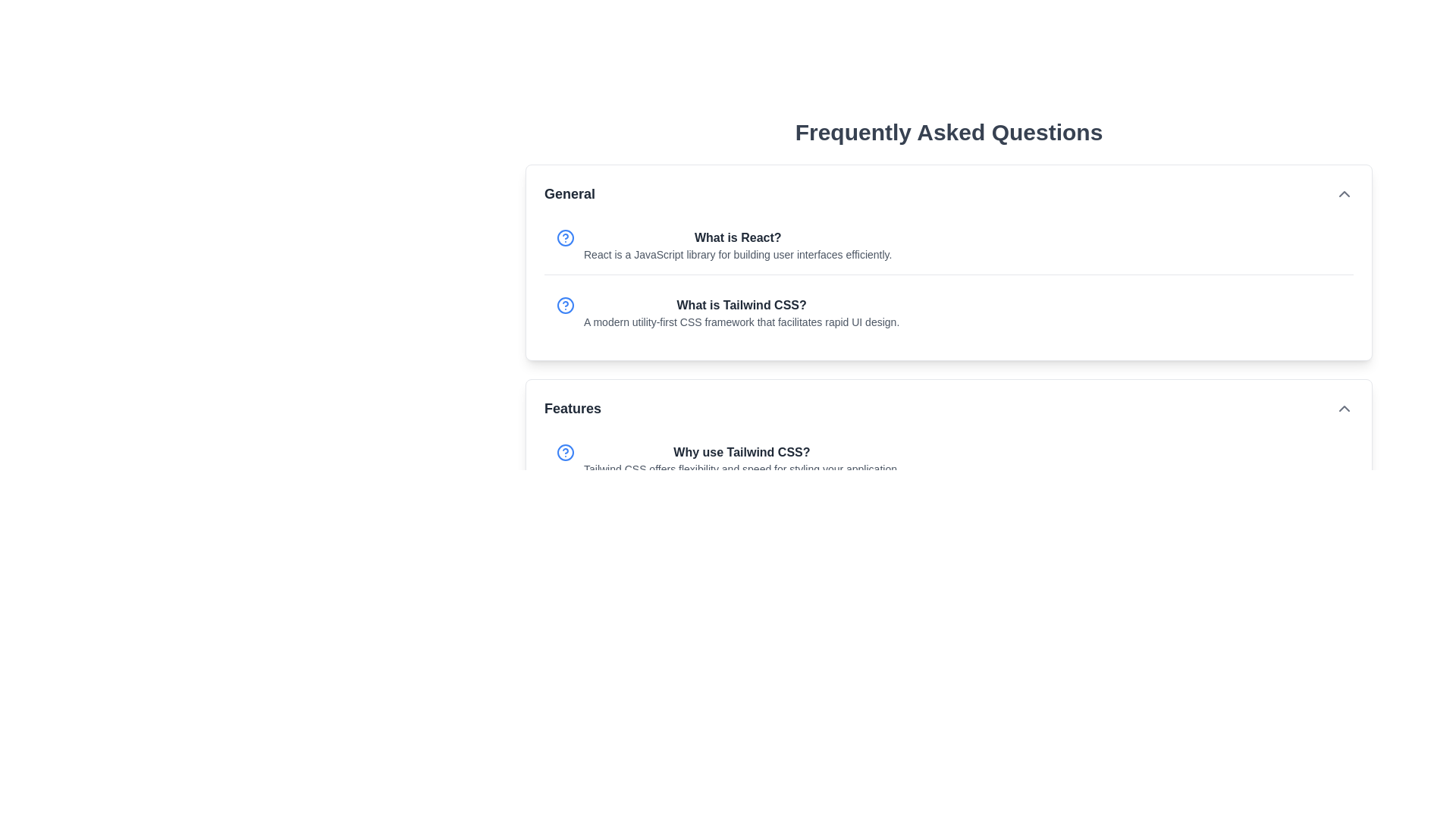 The image size is (1456, 819). What do you see at coordinates (948, 460) in the screenshot?
I see `FAQ entry about Tailwind CSS, which is the first item in the 'Features' section of the FAQ interface` at bounding box center [948, 460].